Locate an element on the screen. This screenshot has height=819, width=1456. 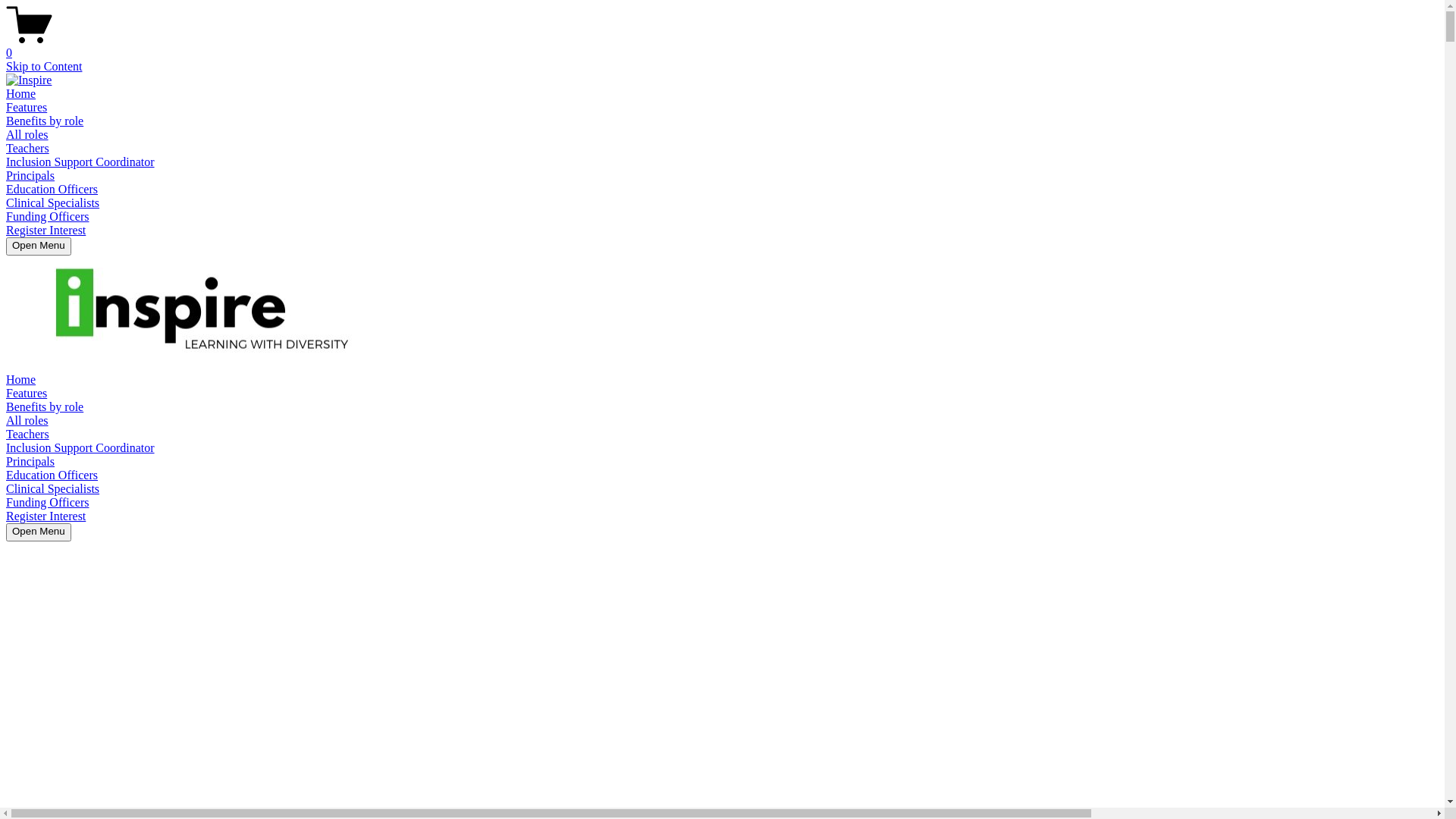
'Education Officers' is located at coordinates (52, 474).